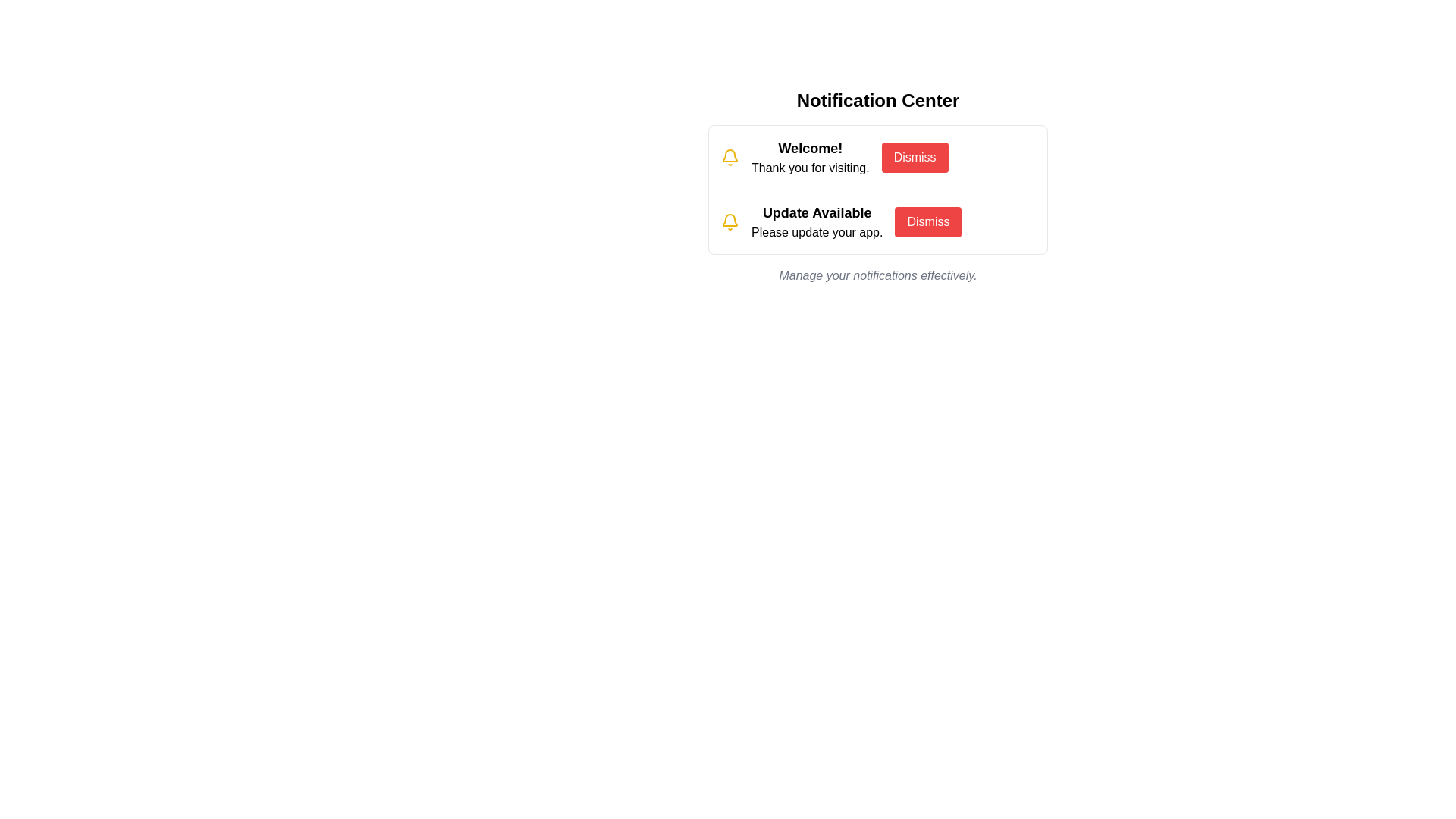  What do you see at coordinates (877, 100) in the screenshot?
I see `the static heading or title text at the top of the notification center, which indicates the purpose or content of the section` at bounding box center [877, 100].